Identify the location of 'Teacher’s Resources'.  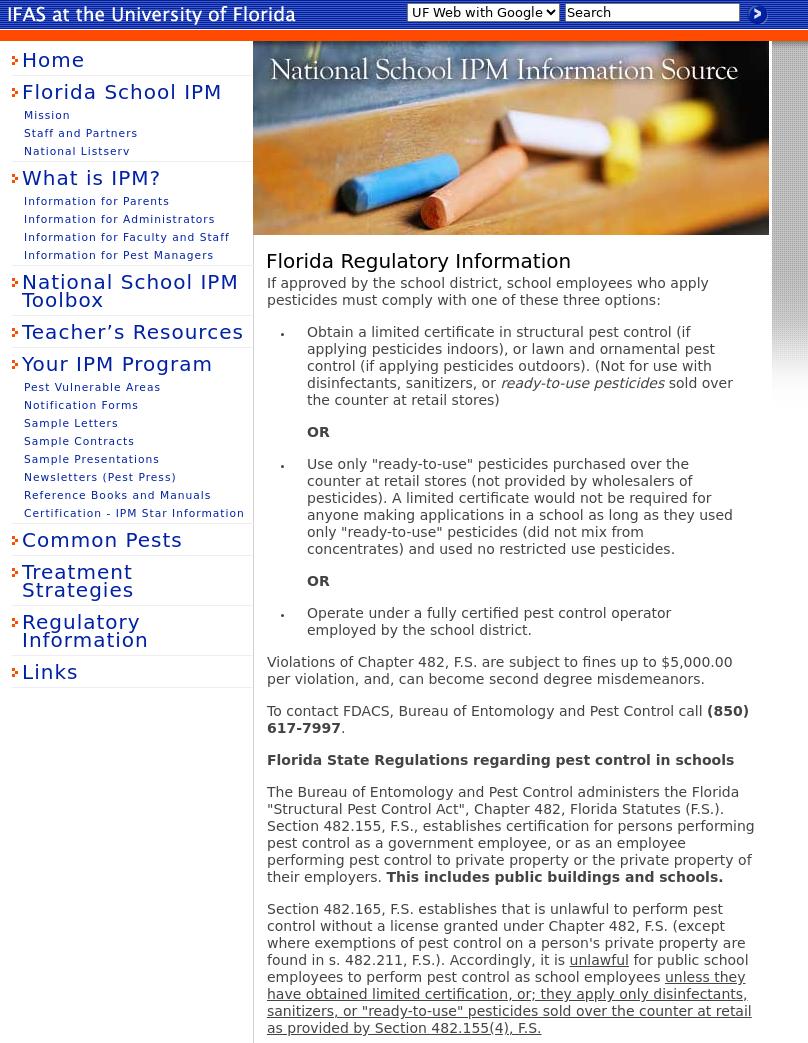
(131, 330).